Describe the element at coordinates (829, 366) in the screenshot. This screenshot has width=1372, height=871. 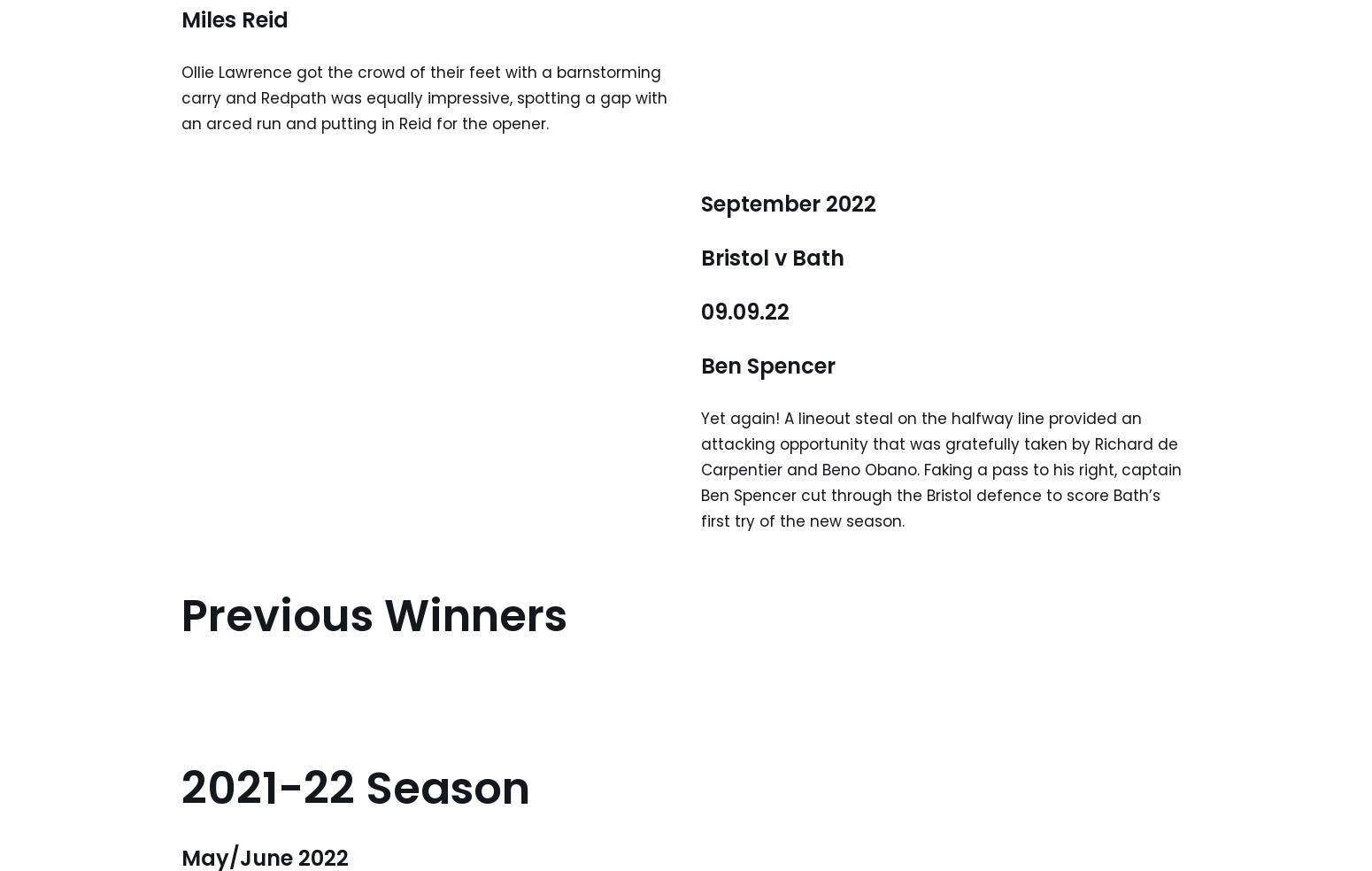
I see `'r'` at that location.